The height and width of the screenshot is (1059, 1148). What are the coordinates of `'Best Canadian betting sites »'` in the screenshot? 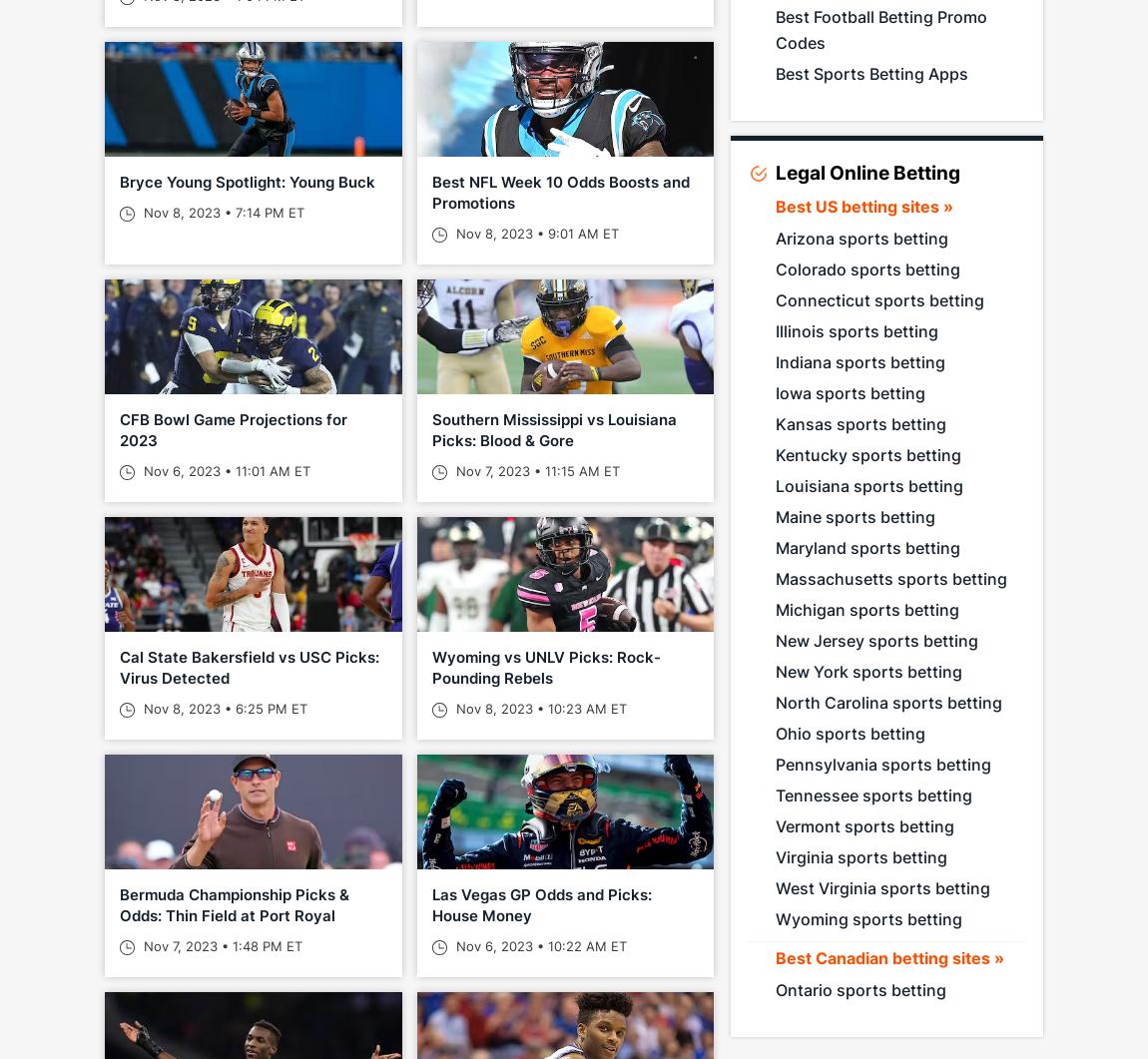 It's located at (888, 956).